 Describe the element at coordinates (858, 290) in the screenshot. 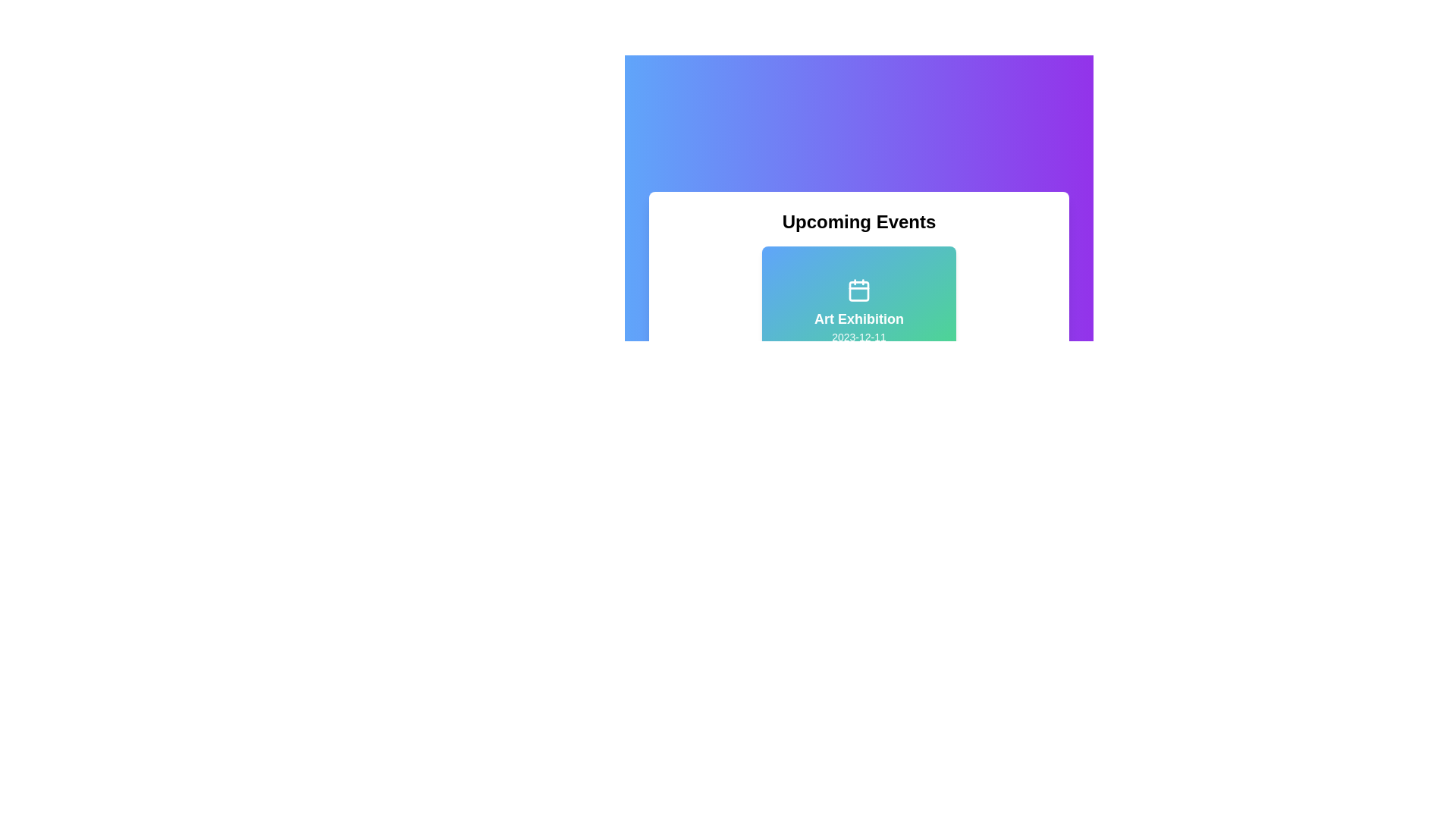

I see `the calendar icon that represents the event date '2023-12-11', positioned above the text 'Art Exhibition'` at that location.